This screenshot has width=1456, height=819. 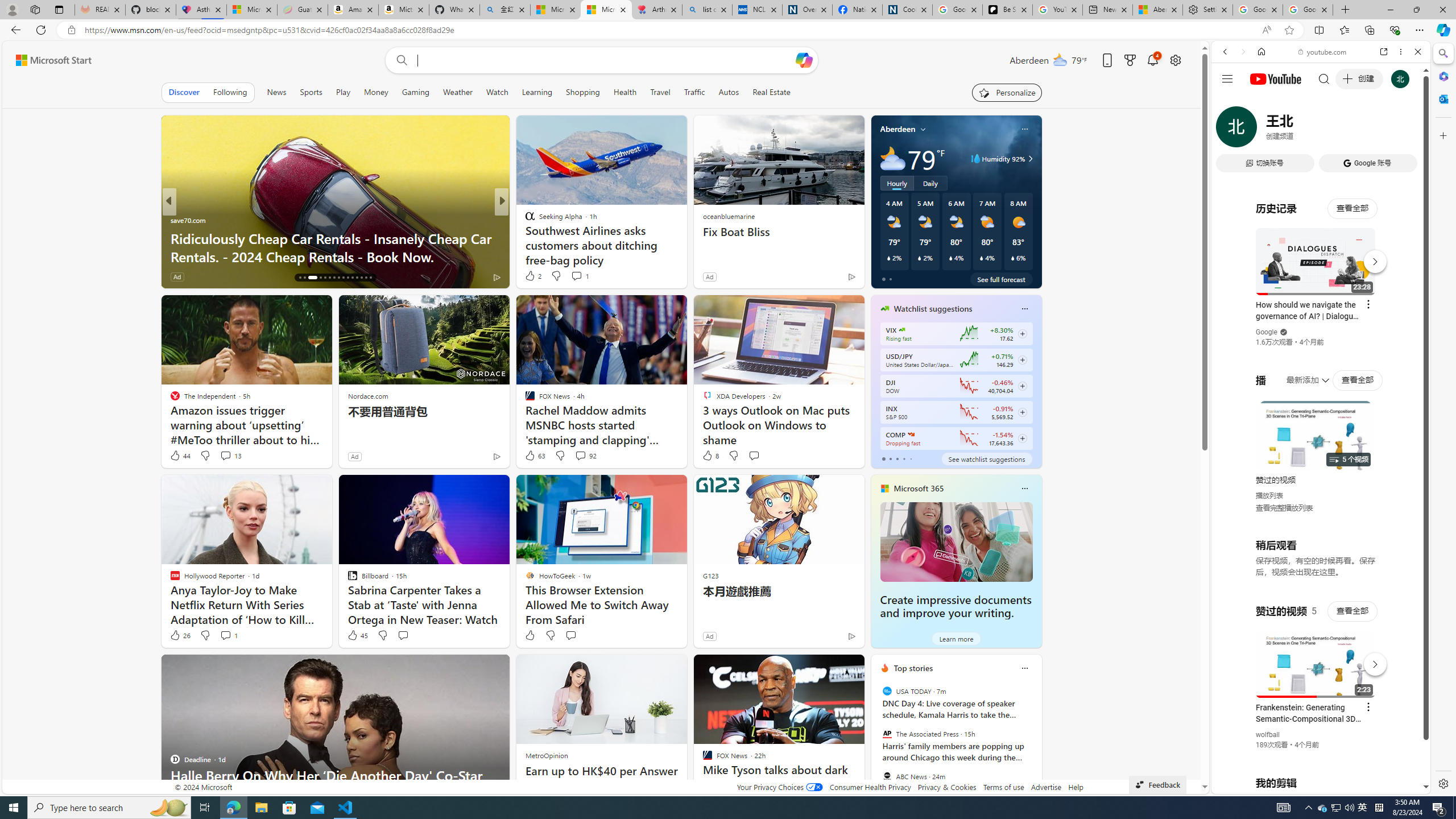 I want to click on 'Aberdeen, Hong Kong SAR hourly forecast | Microsoft Weather', so click(x=1157, y=9).